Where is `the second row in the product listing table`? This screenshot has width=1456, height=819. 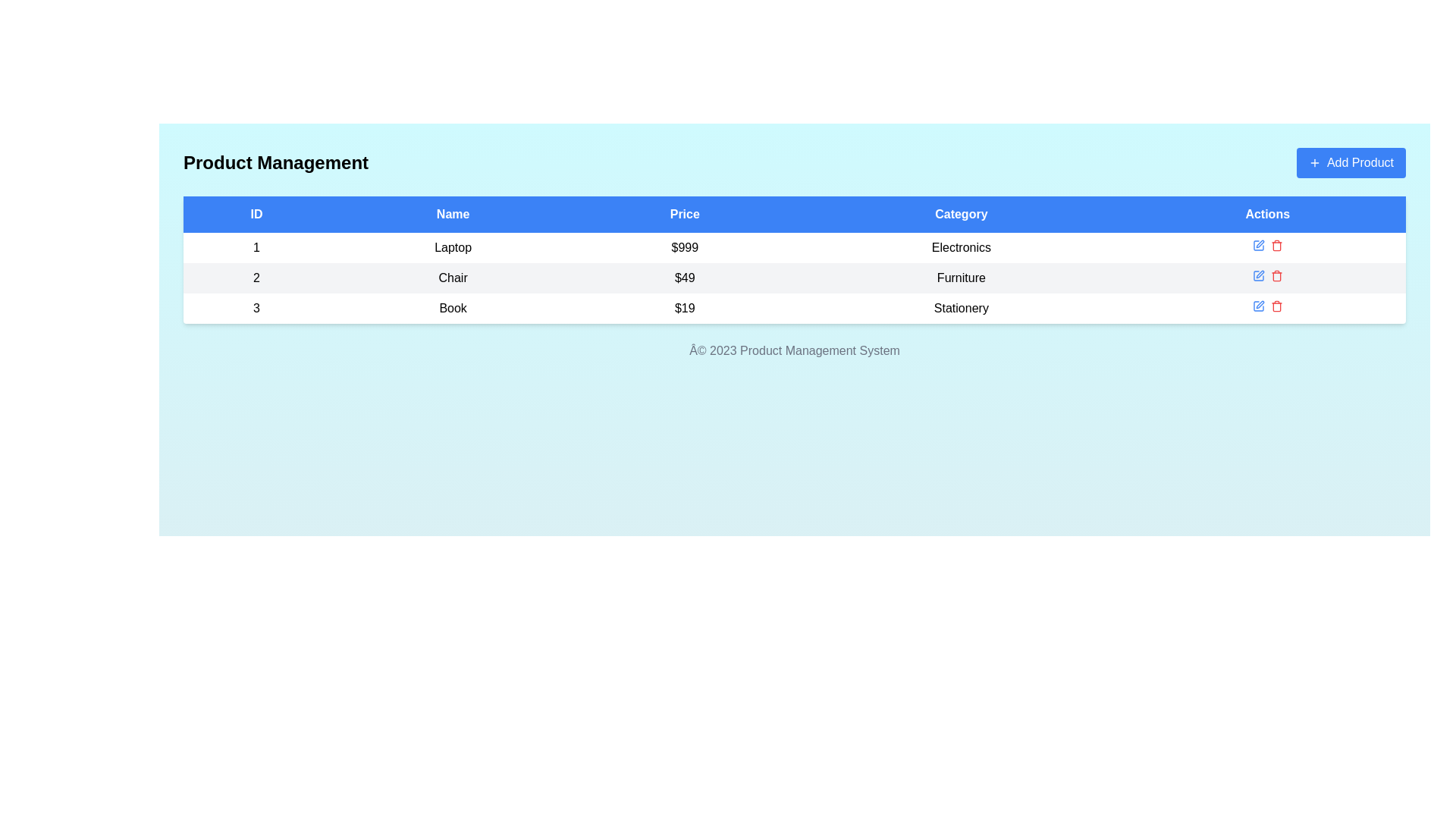 the second row in the product listing table is located at coordinates (793, 278).